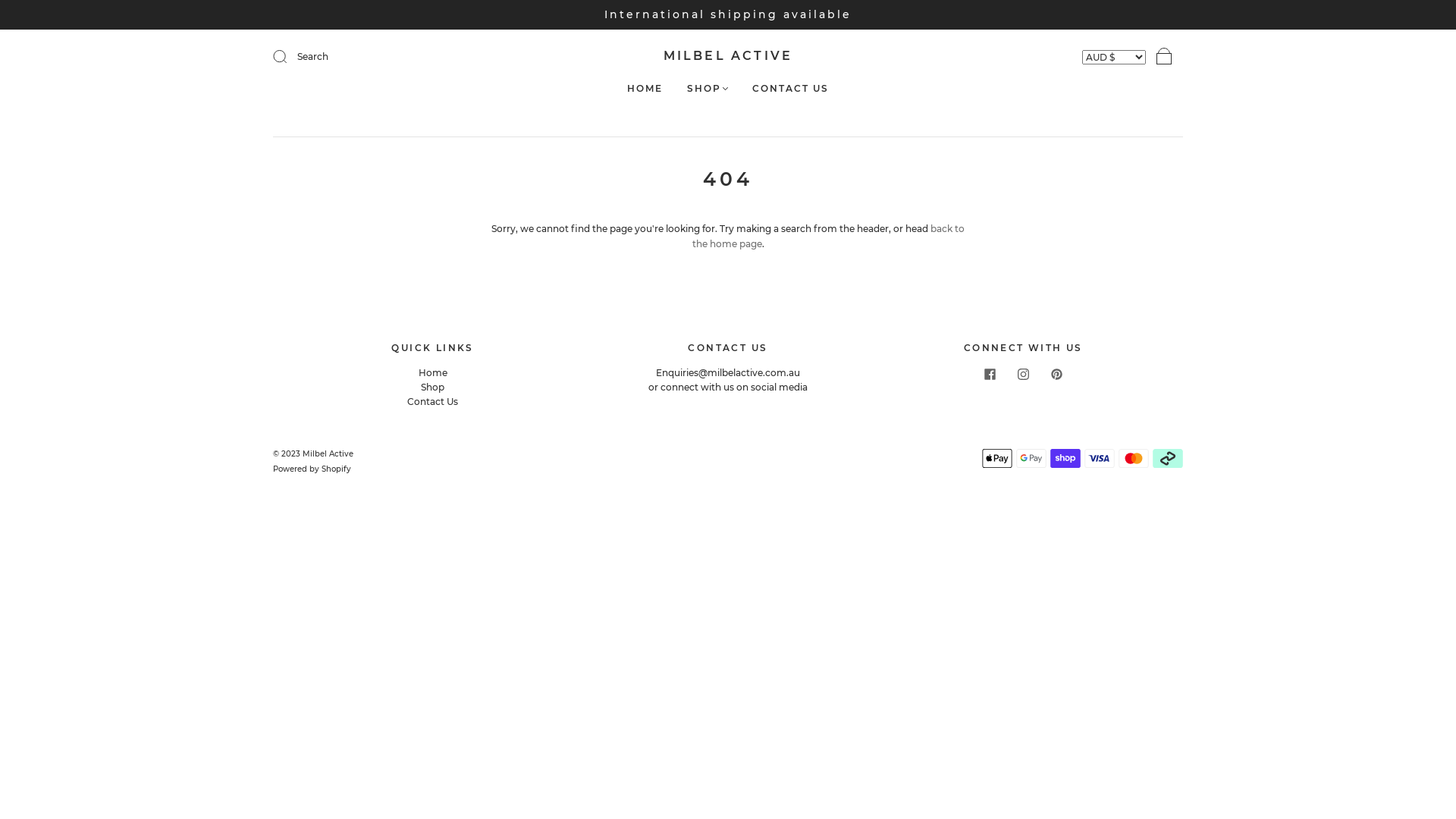  I want to click on 'MILBEL ACTIVE', so click(728, 55).